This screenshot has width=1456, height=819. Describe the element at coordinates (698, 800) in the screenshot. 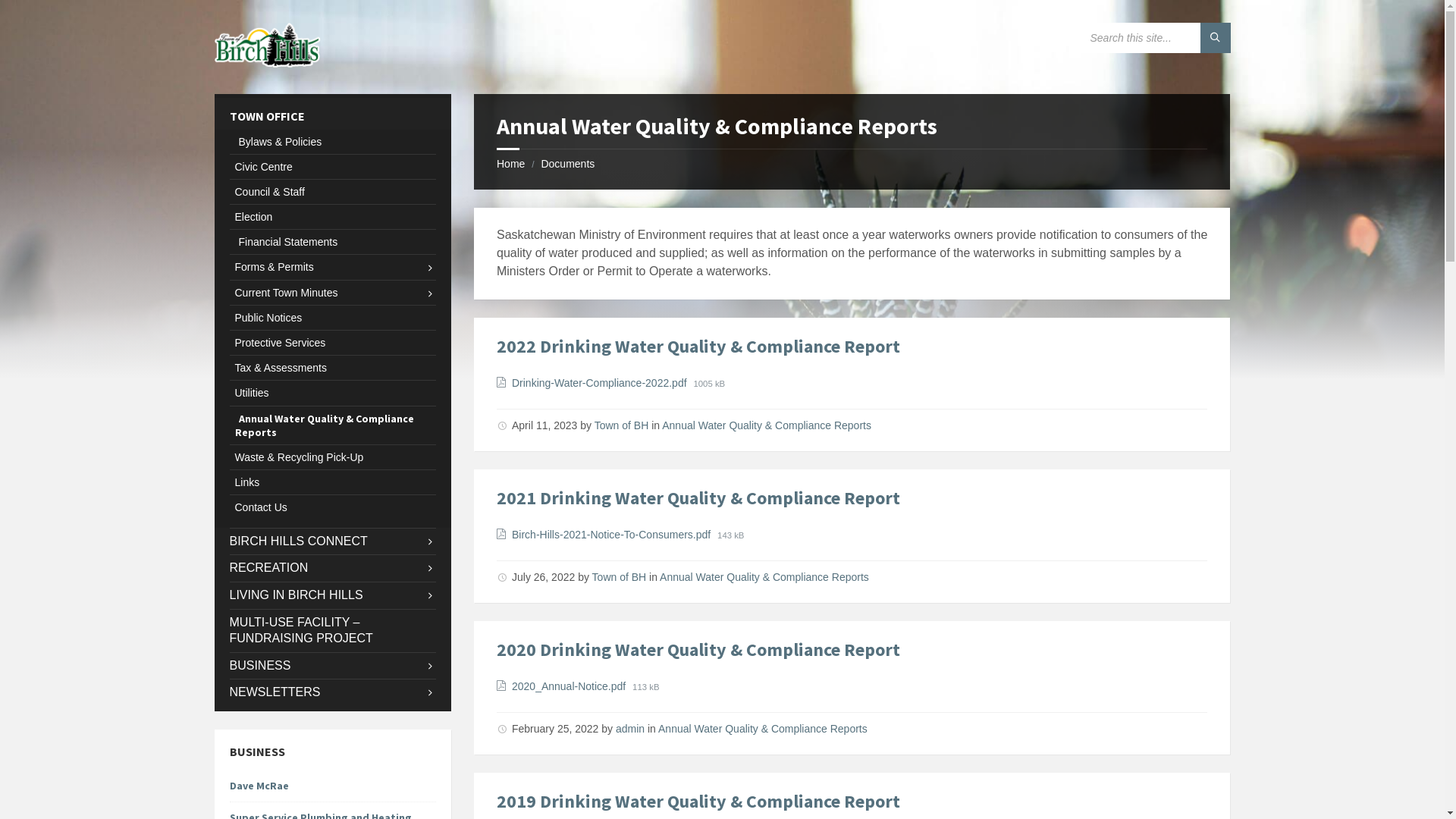

I see `'2019 Drinking Water Quality & Compliance Report'` at that location.